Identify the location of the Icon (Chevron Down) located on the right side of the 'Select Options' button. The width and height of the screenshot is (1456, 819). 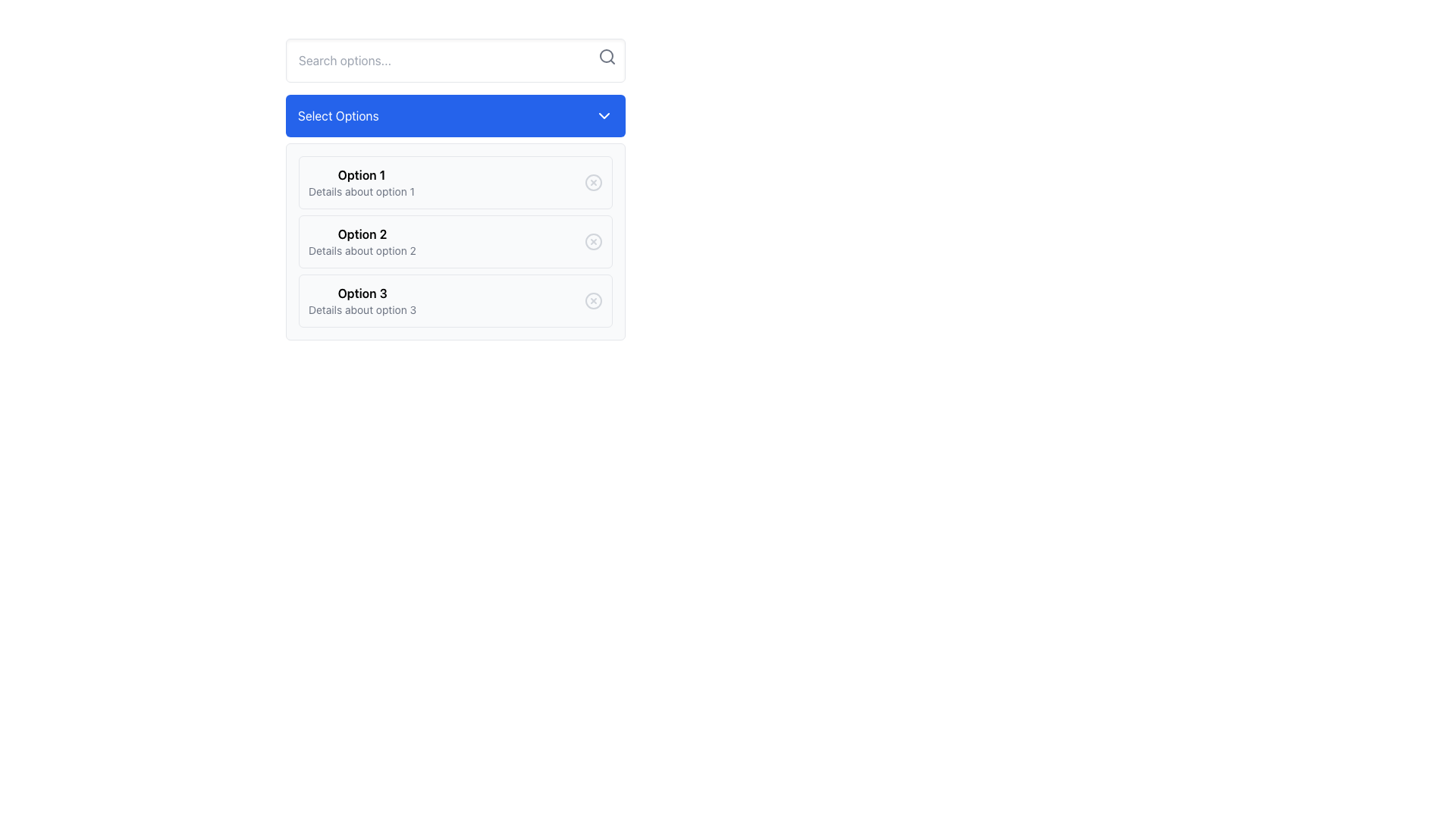
(603, 115).